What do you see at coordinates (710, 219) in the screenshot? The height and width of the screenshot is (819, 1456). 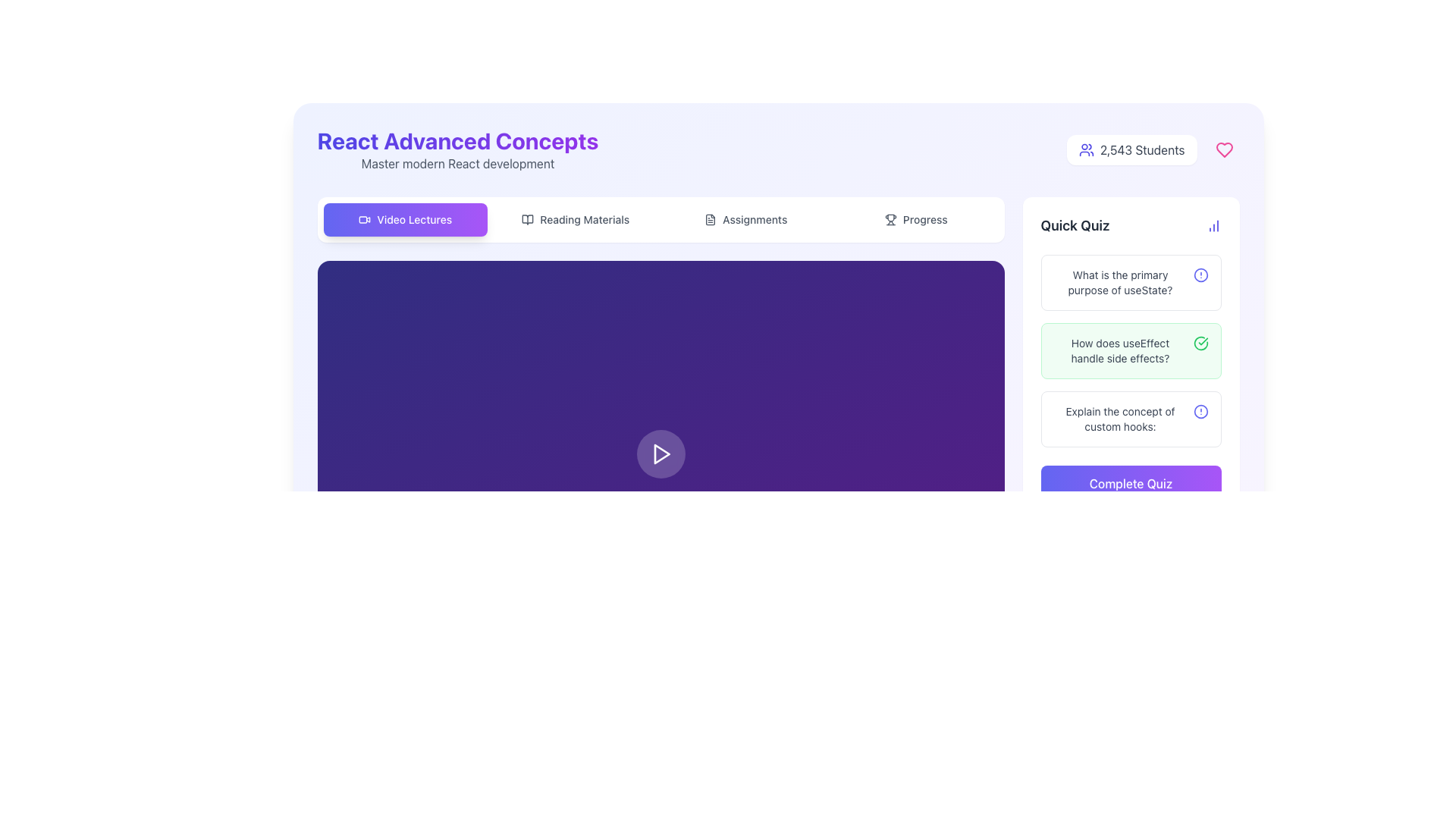 I see `the 'Assignments' menu item icon, which is the second item in the header menu layout representing the 'Assignments' functionality` at bounding box center [710, 219].